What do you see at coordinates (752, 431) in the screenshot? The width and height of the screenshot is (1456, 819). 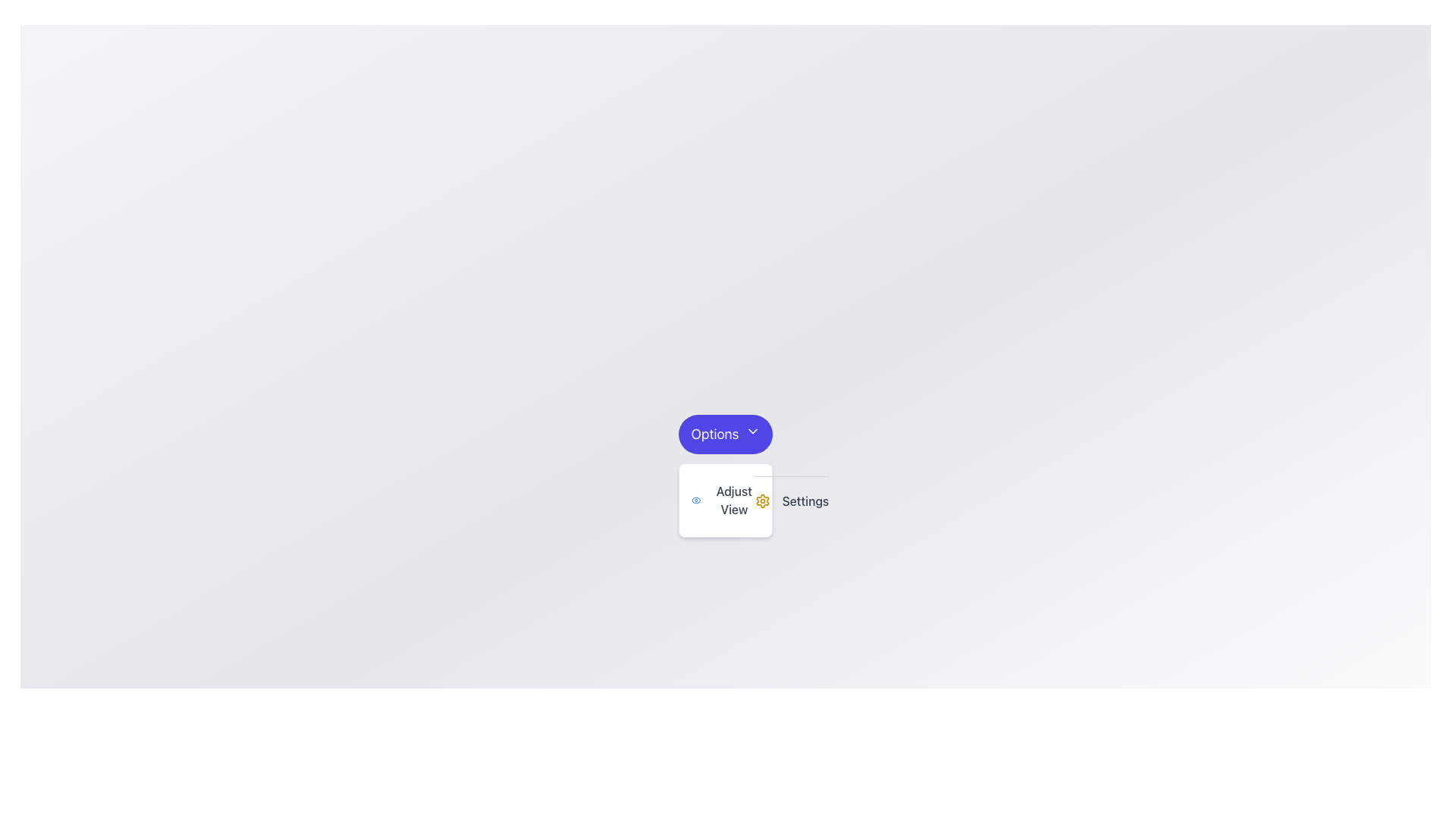 I see `the chevron icon located to the right of the text 'Options' within the pill-shaped button` at bounding box center [752, 431].